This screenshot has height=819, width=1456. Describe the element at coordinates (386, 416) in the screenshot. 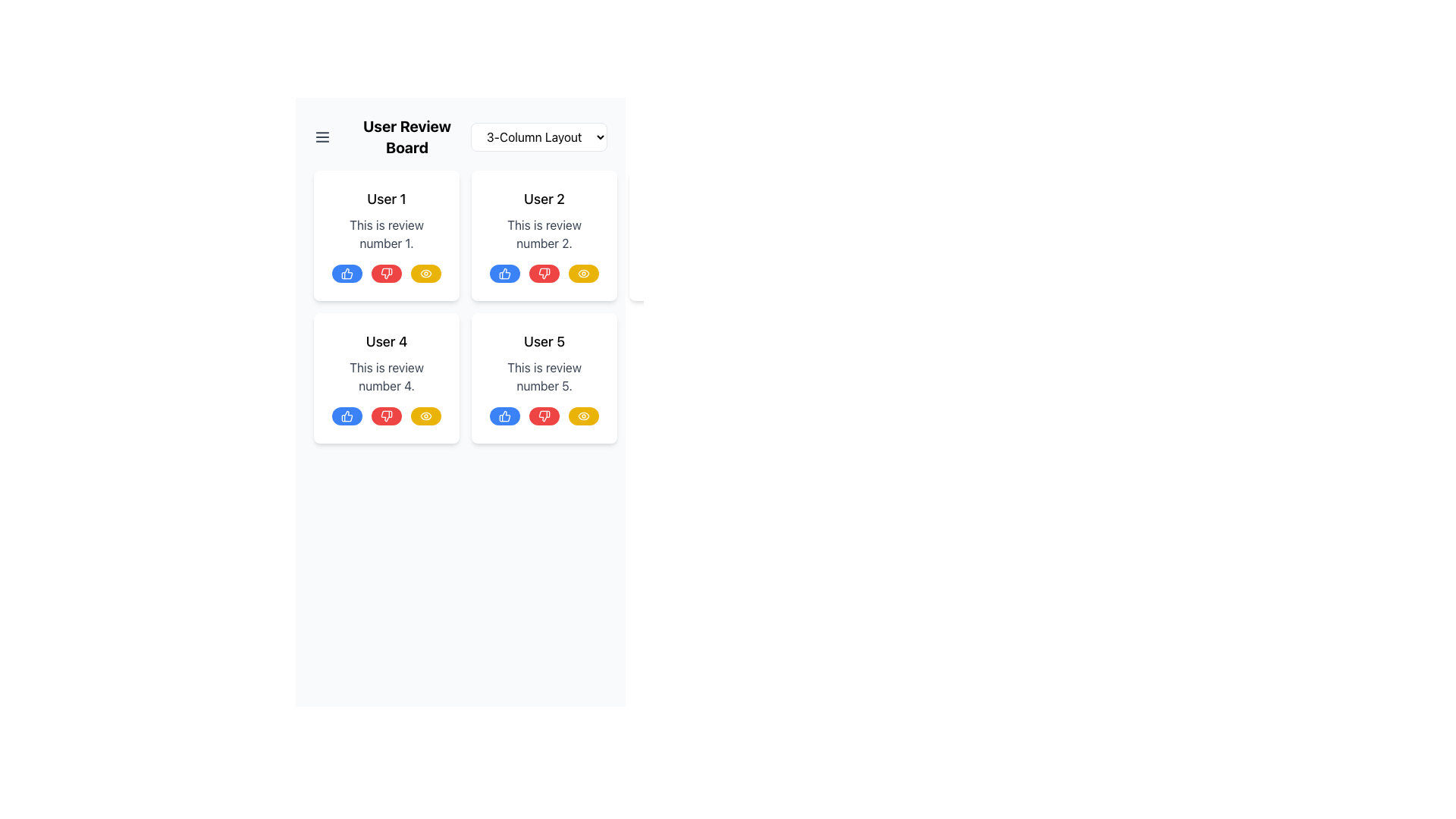

I see `the center button for negative feedback located at the bottom of 'User 4' review card, positioned between the blue thumbs-up button and the yellow eye button` at that location.